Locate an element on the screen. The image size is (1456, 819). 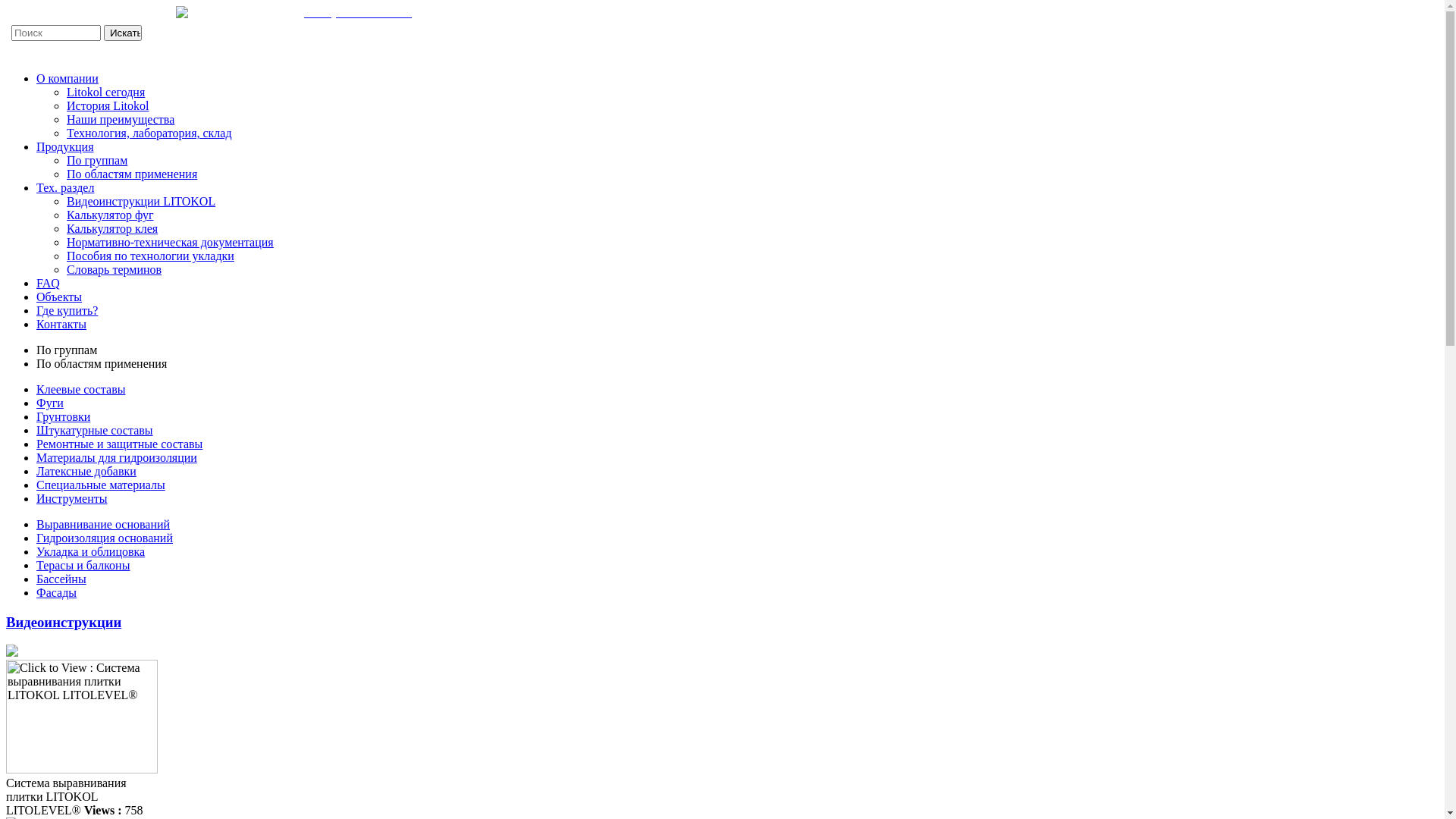
'FAQ' is located at coordinates (48, 283).